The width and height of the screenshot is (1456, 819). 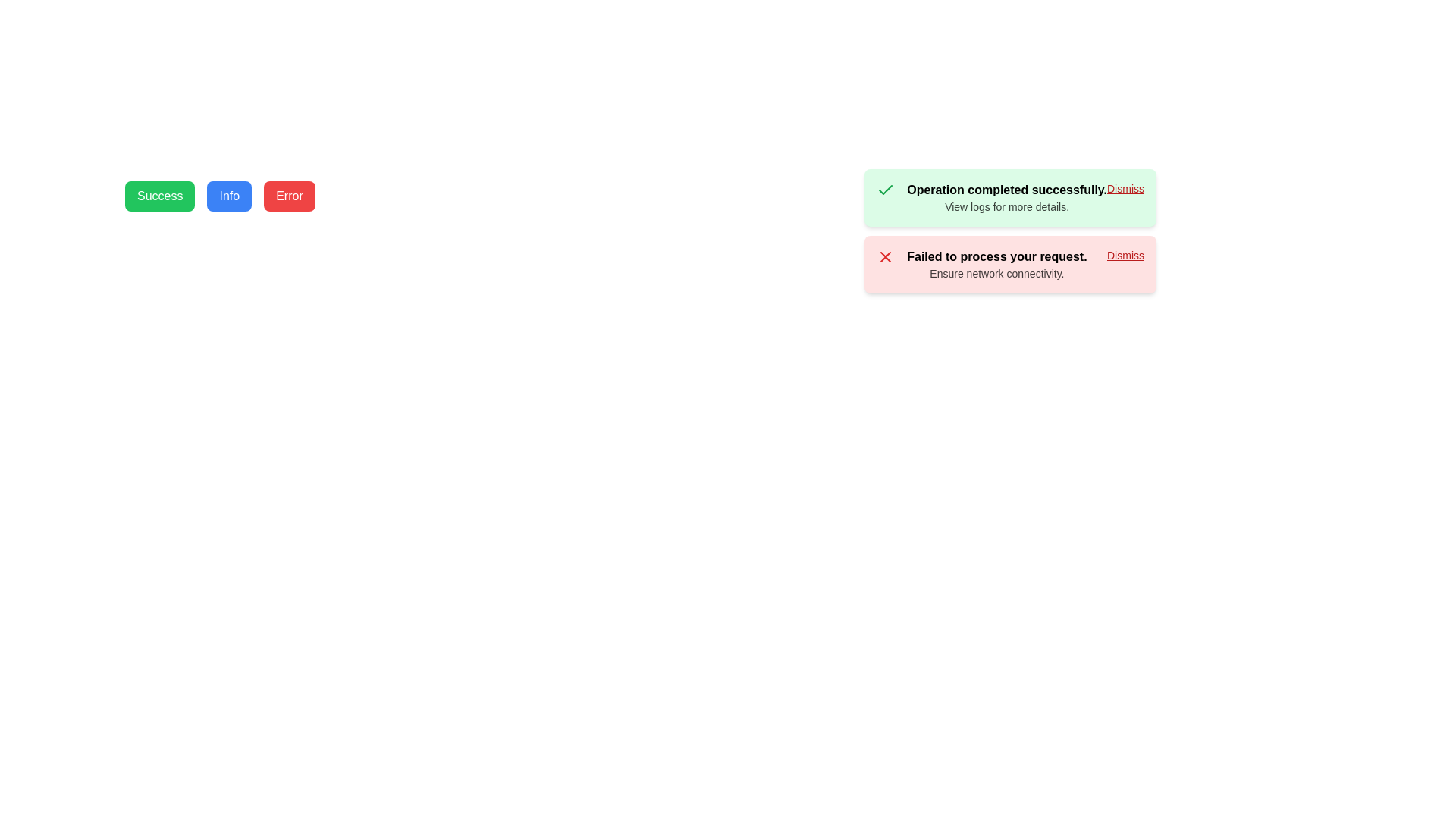 What do you see at coordinates (289, 195) in the screenshot?
I see `the 'Error' button, which is the third button in a horizontal sequence of buttons labeled 'Success,' 'Info,' and 'Error,'` at bounding box center [289, 195].